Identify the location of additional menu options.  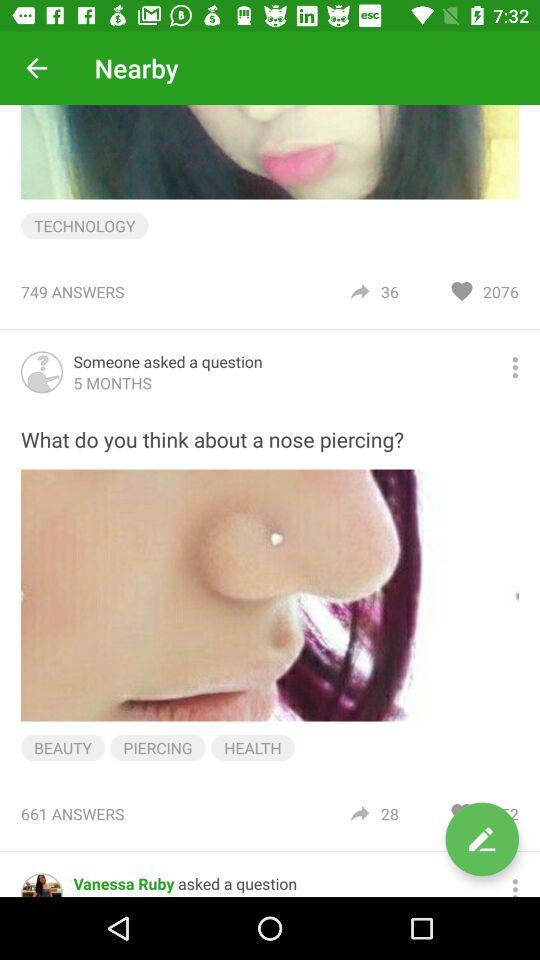
(515, 366).